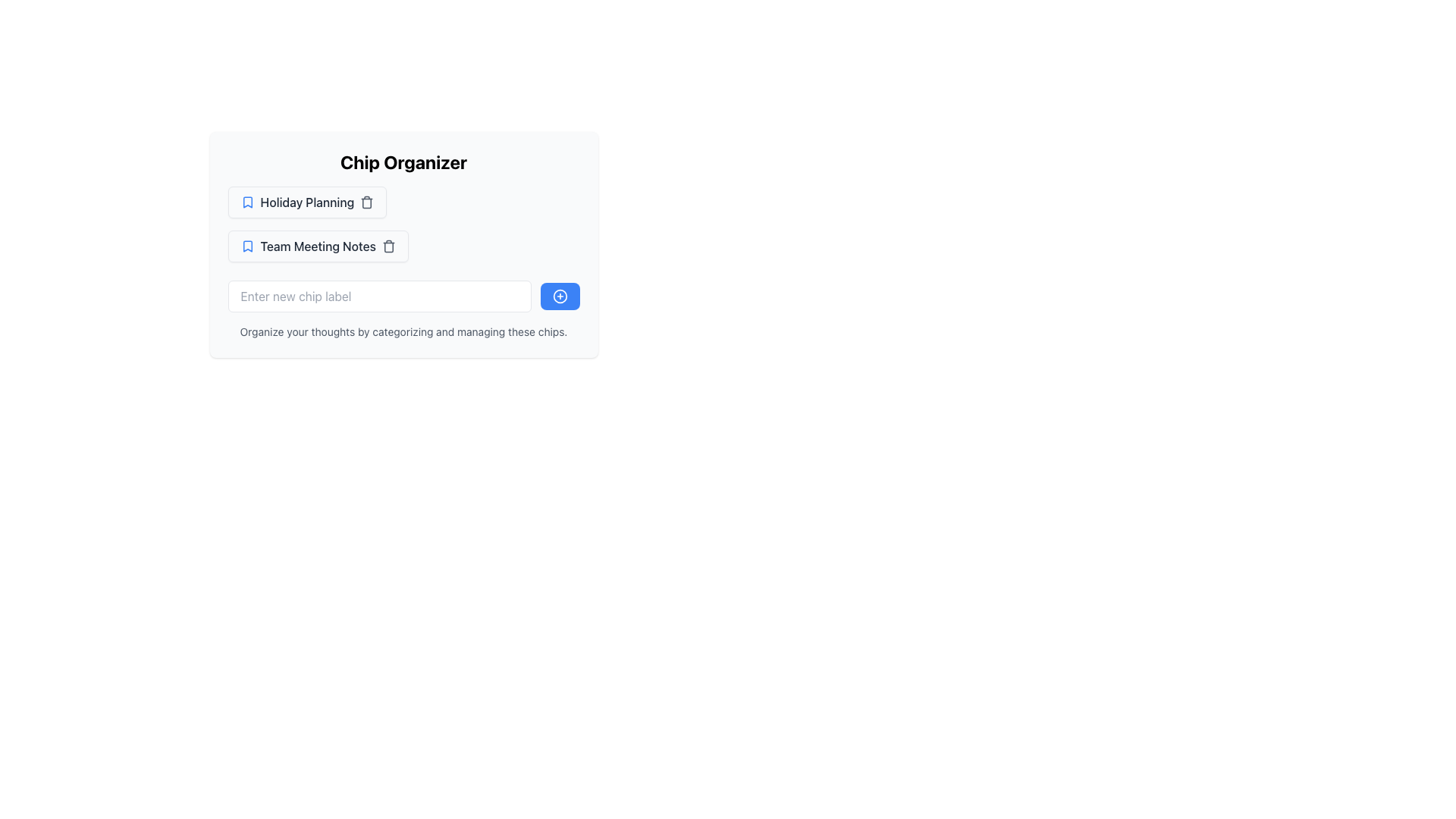  I want to click on the central text content of the chip-style component located beneath the 'Holiday Planning' chip, so click(317, 245).